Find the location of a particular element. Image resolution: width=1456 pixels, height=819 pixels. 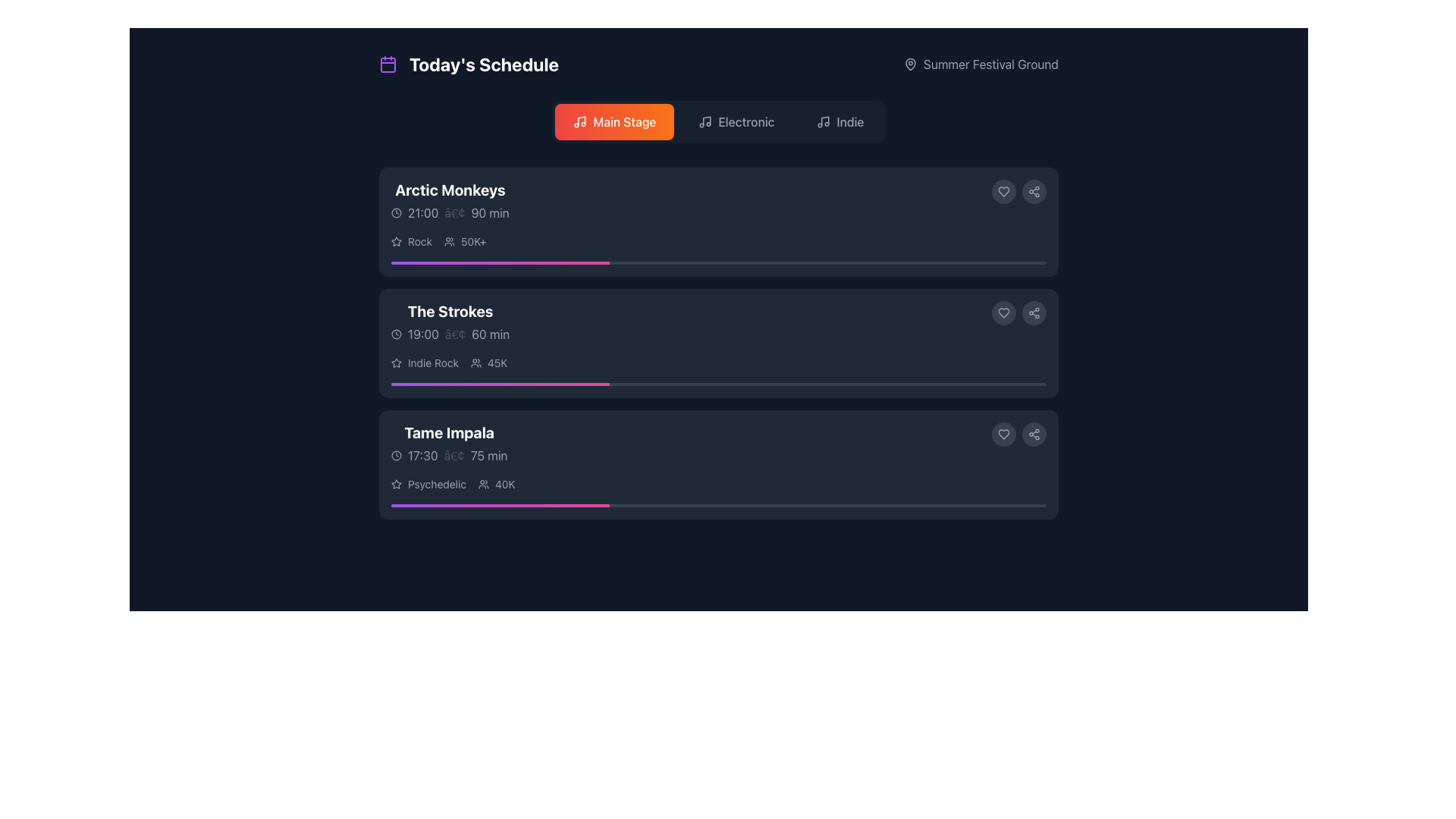

the Progress Bar at the bottom of the 'Arctic Monkeys' event card, which is styled with a dark gray background and a gradient fill from purple to pink is located at coordinates (718, 262).